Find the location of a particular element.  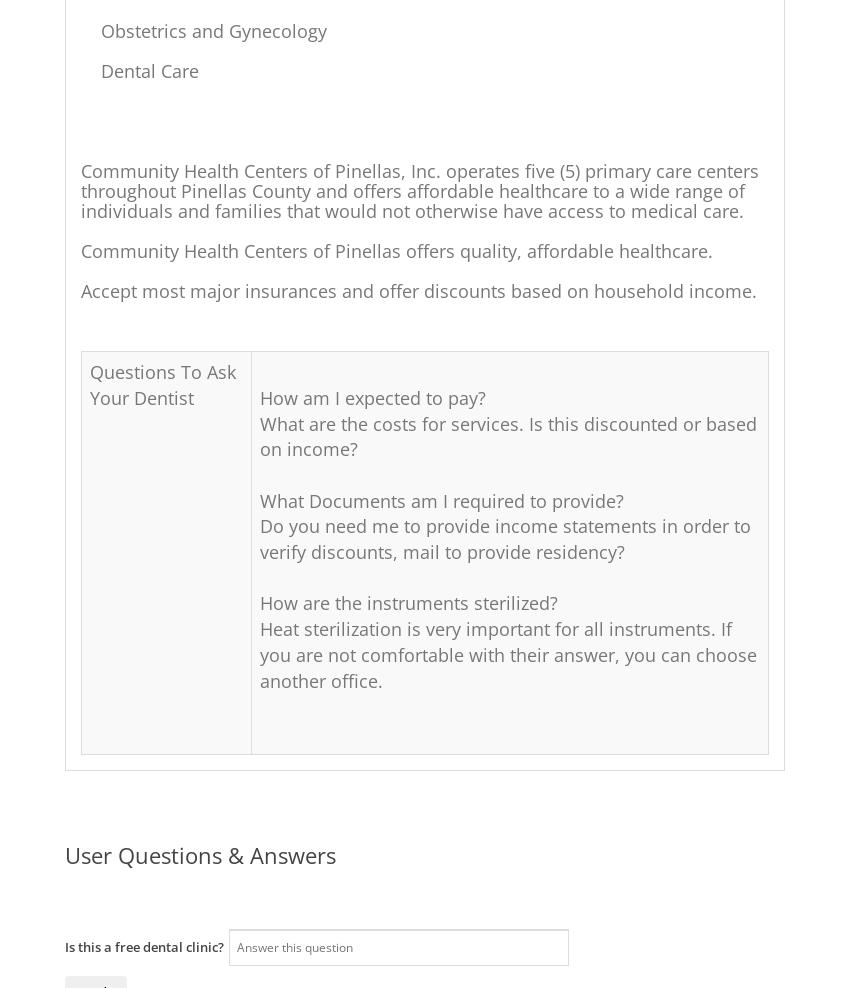

'Do you need me to provide income statements in order to verify discounts, mail to provide residency?' is located at coordinates (504, 537).